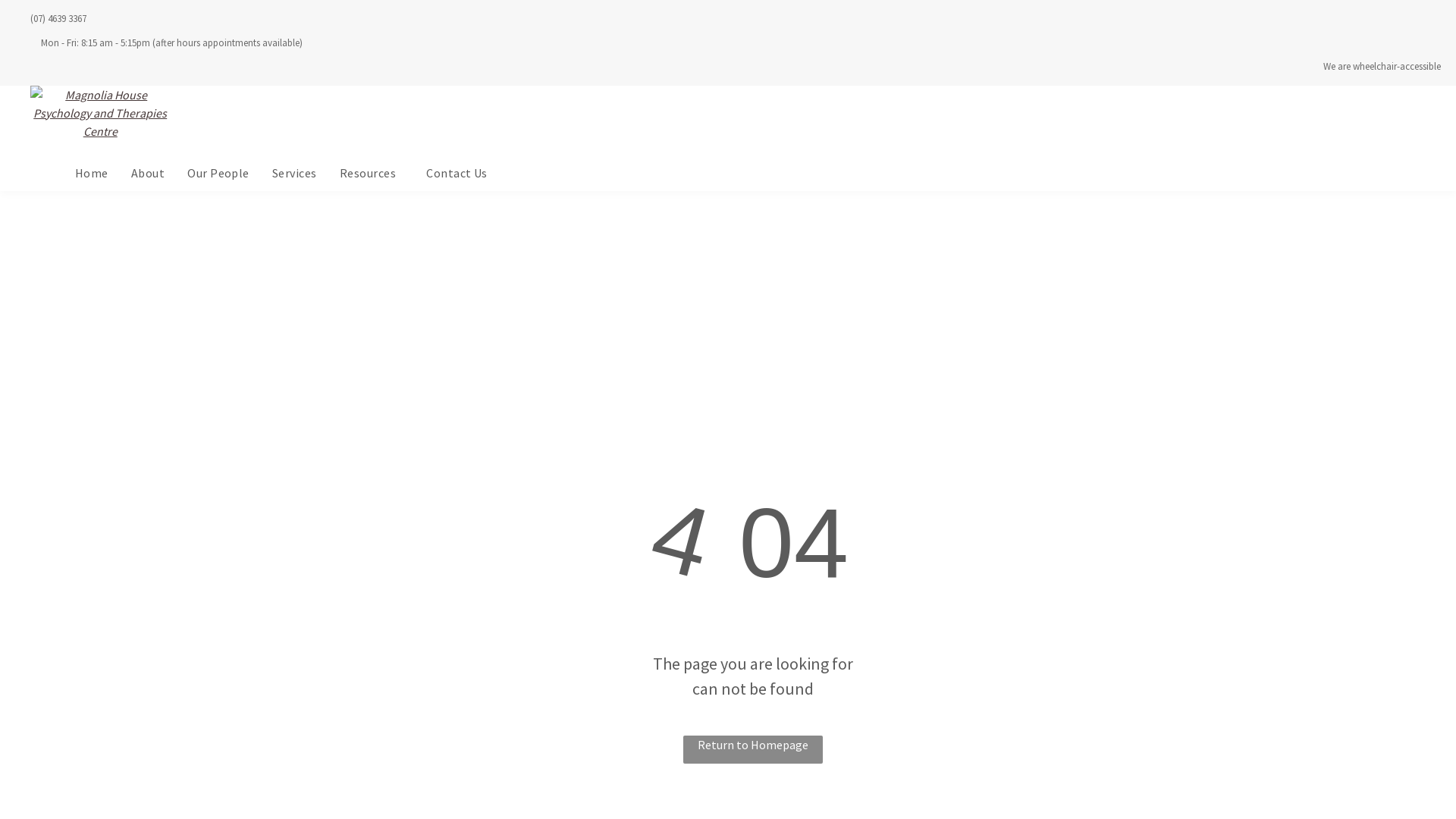 This screenshot has height=819, width=1456. Describe the element at coordinates (1323, 65) in the screenshot. I see `'We are wheelchair-accessible'` at that location.